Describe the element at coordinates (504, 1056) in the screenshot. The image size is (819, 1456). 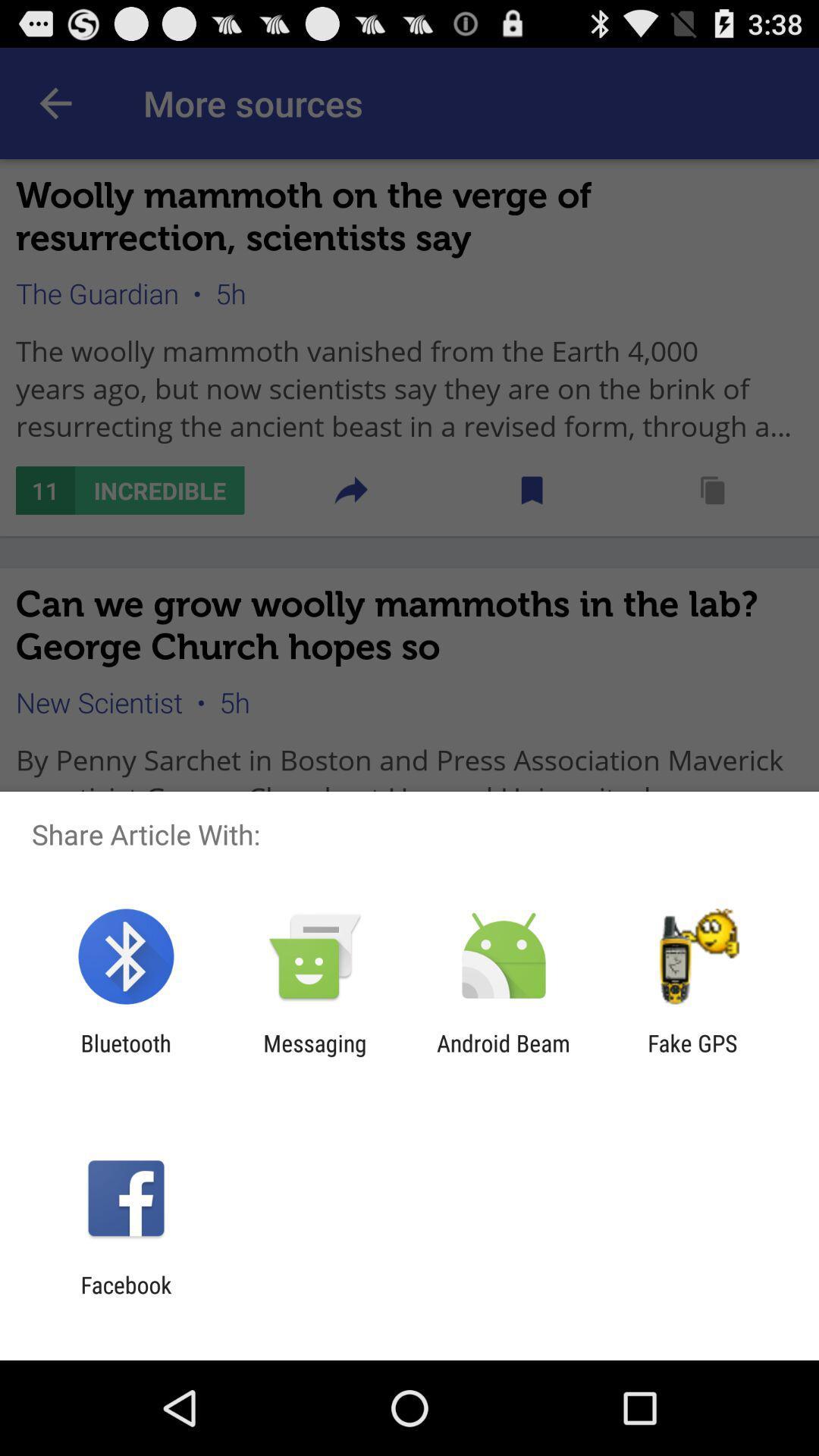
I see `item to the right of messaging item` at that location.